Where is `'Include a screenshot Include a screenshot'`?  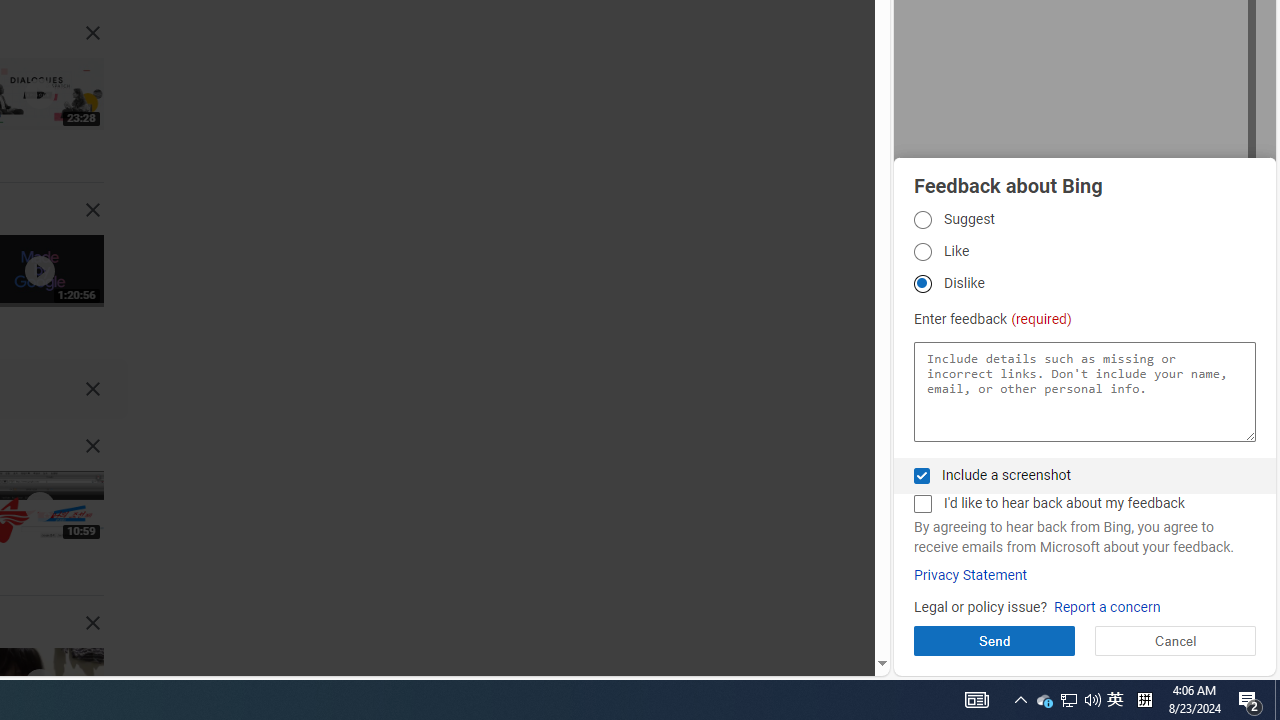 'Include a screenshot Include a screenshot' is located at coordinates (921, 475).